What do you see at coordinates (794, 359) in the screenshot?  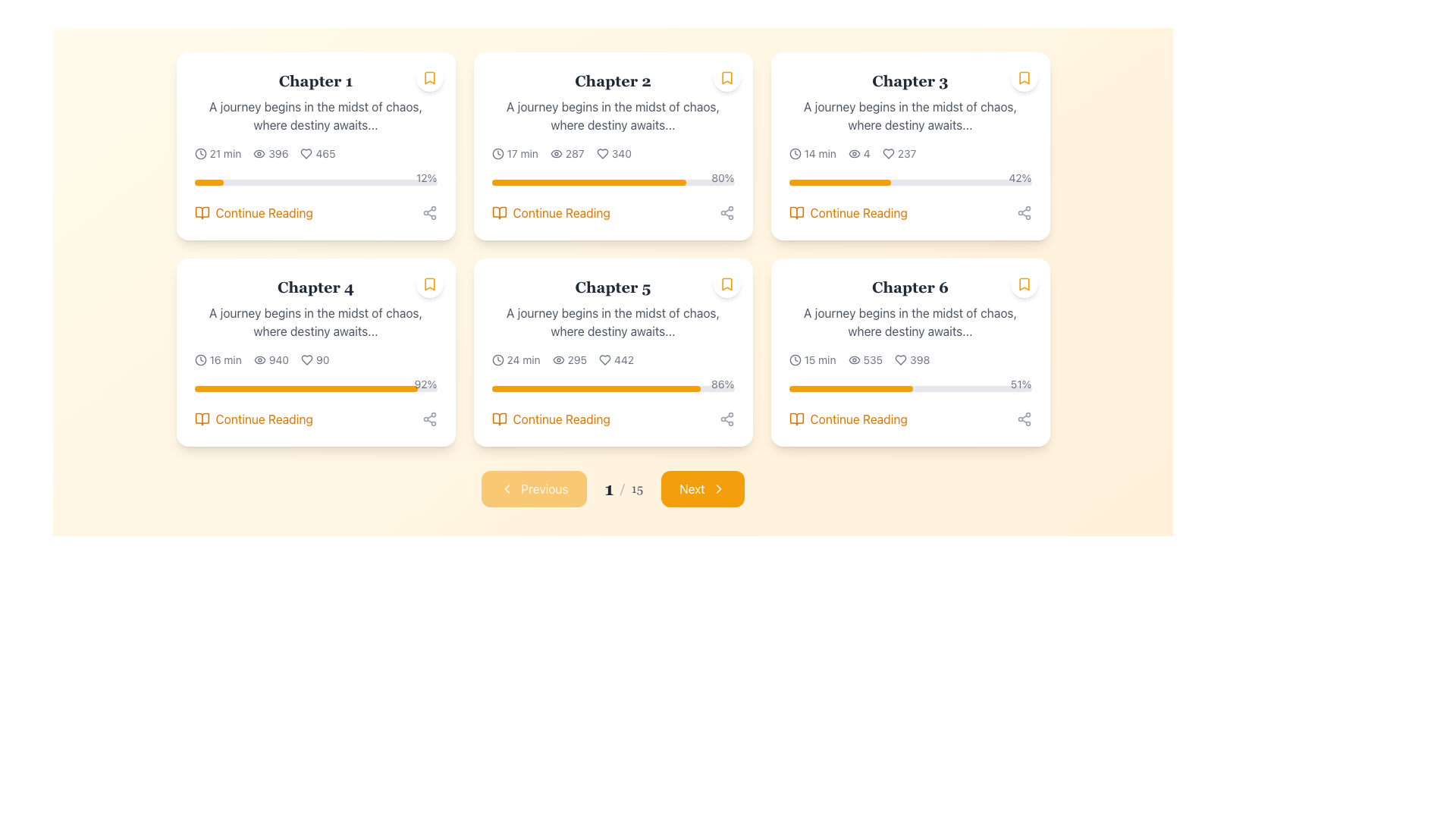 I see `the icon indicating the time duration next to the text '15 min' on the card for 'Chapter 6', located in the top-left corner of the card's content area` at bounding box center [794, 359].